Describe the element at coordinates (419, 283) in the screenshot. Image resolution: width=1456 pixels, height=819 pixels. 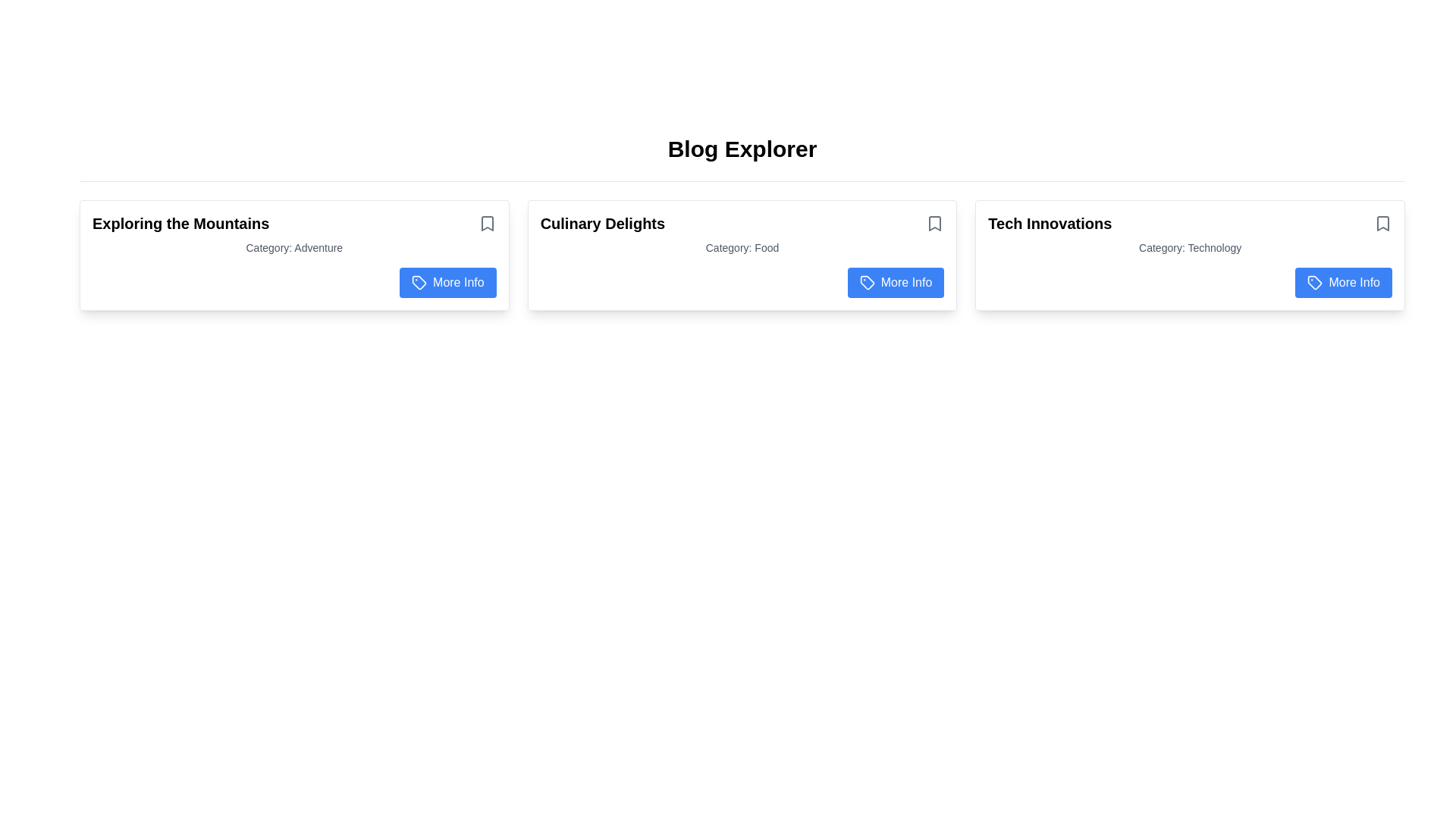
I see `the icon located to the left of the 'More Info' button at the bottom-right corner of the 'Exploring the Mountains' card, which provides additional information` at that location.